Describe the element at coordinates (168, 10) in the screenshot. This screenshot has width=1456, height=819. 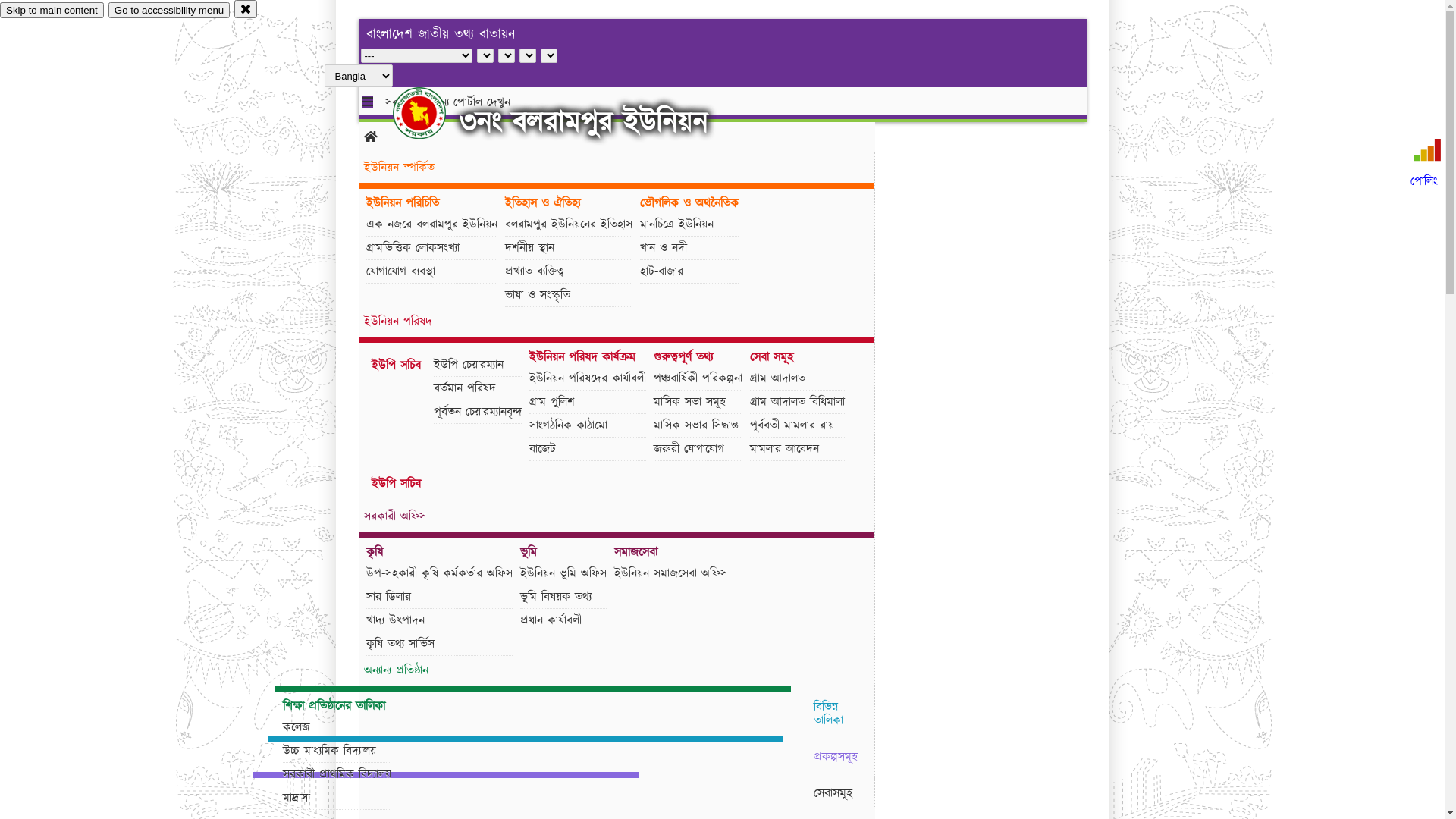
I see `'Go to accessibility menu'` at that location.